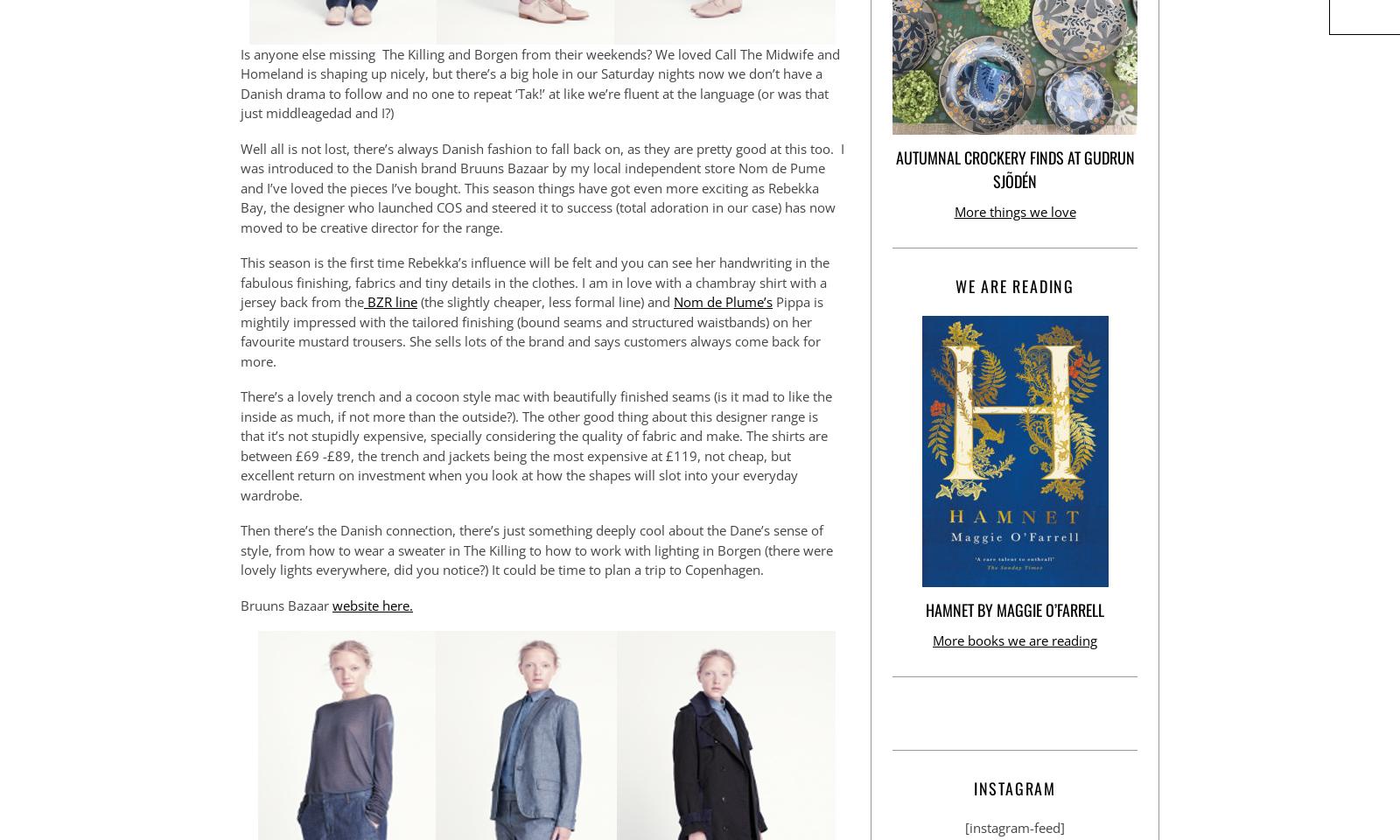  I want to click on 'Nom de Plume’s', so click(722, 302).